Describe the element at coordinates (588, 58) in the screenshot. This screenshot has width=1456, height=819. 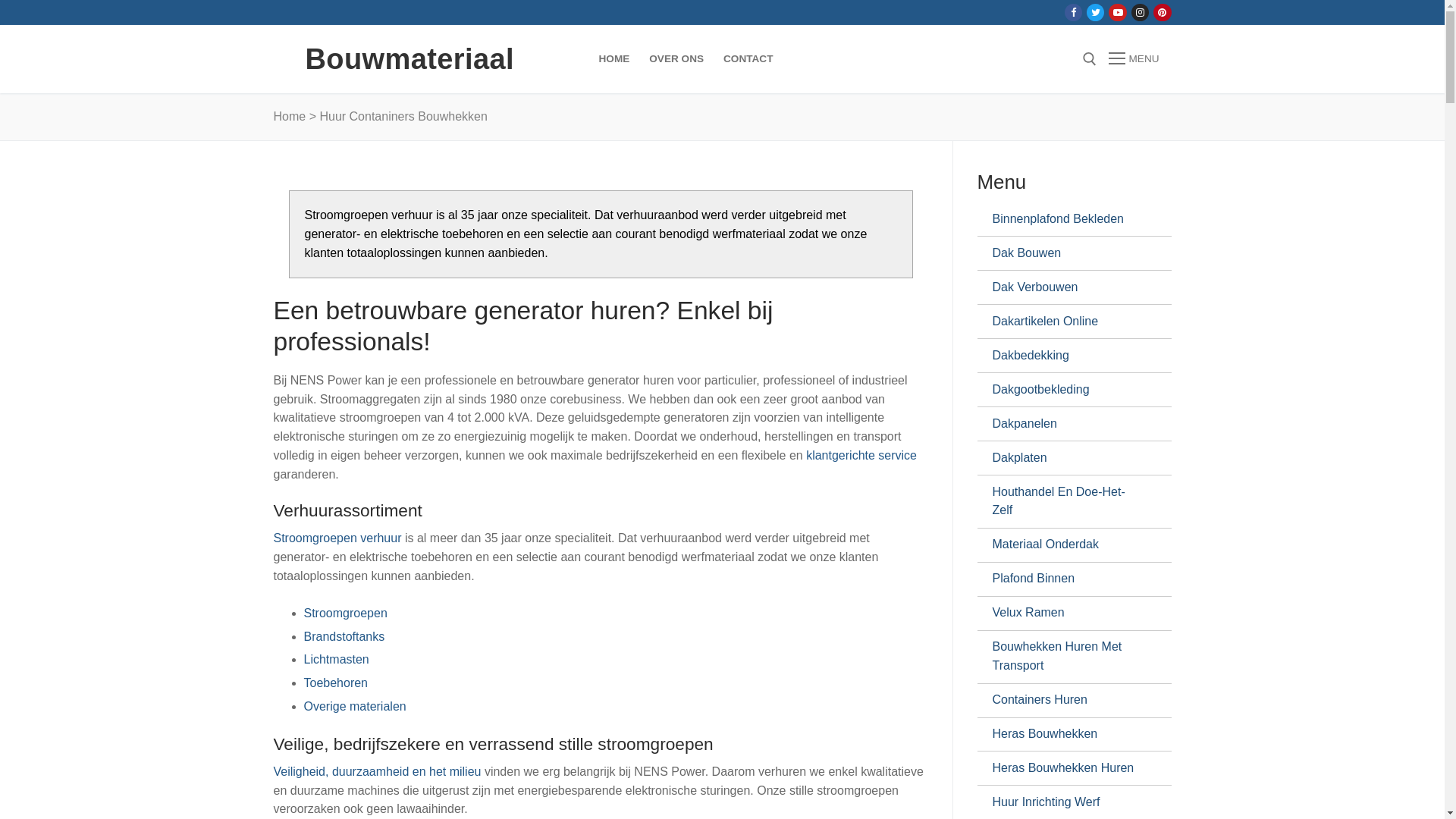
I see `'HOME'` at that location.